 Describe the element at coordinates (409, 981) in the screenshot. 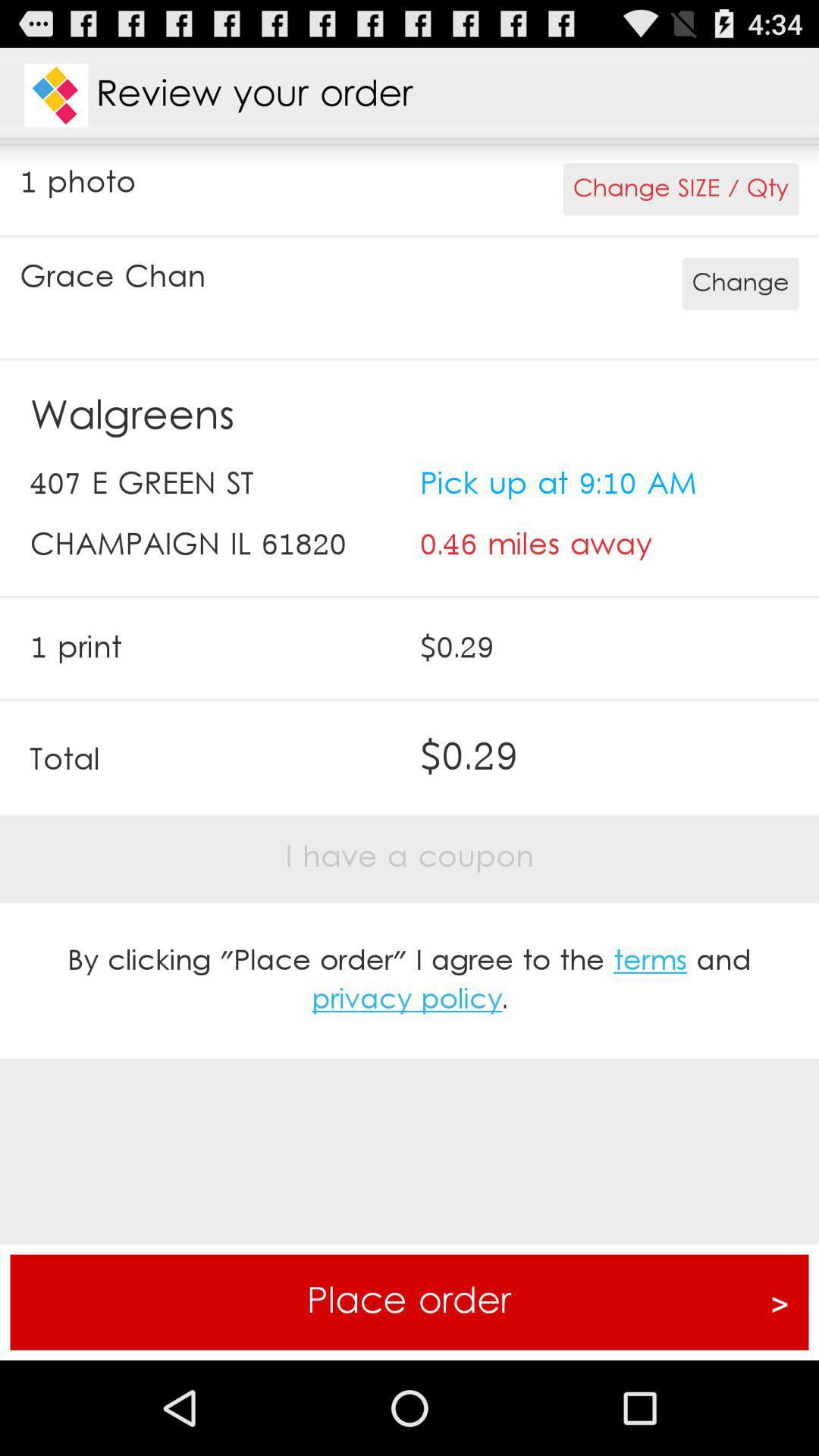

I see `by clicking place item` at that location.